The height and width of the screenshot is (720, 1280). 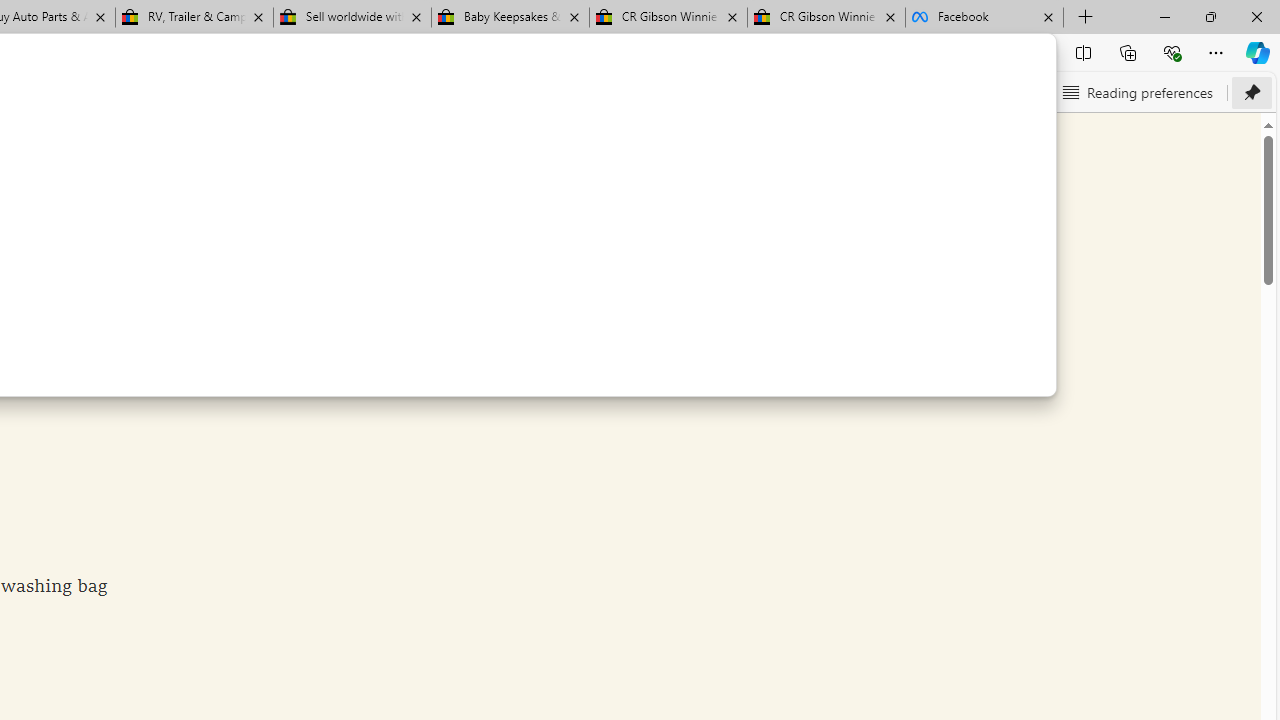 I want to click on 'Facebook', so click(x=984, y=17).